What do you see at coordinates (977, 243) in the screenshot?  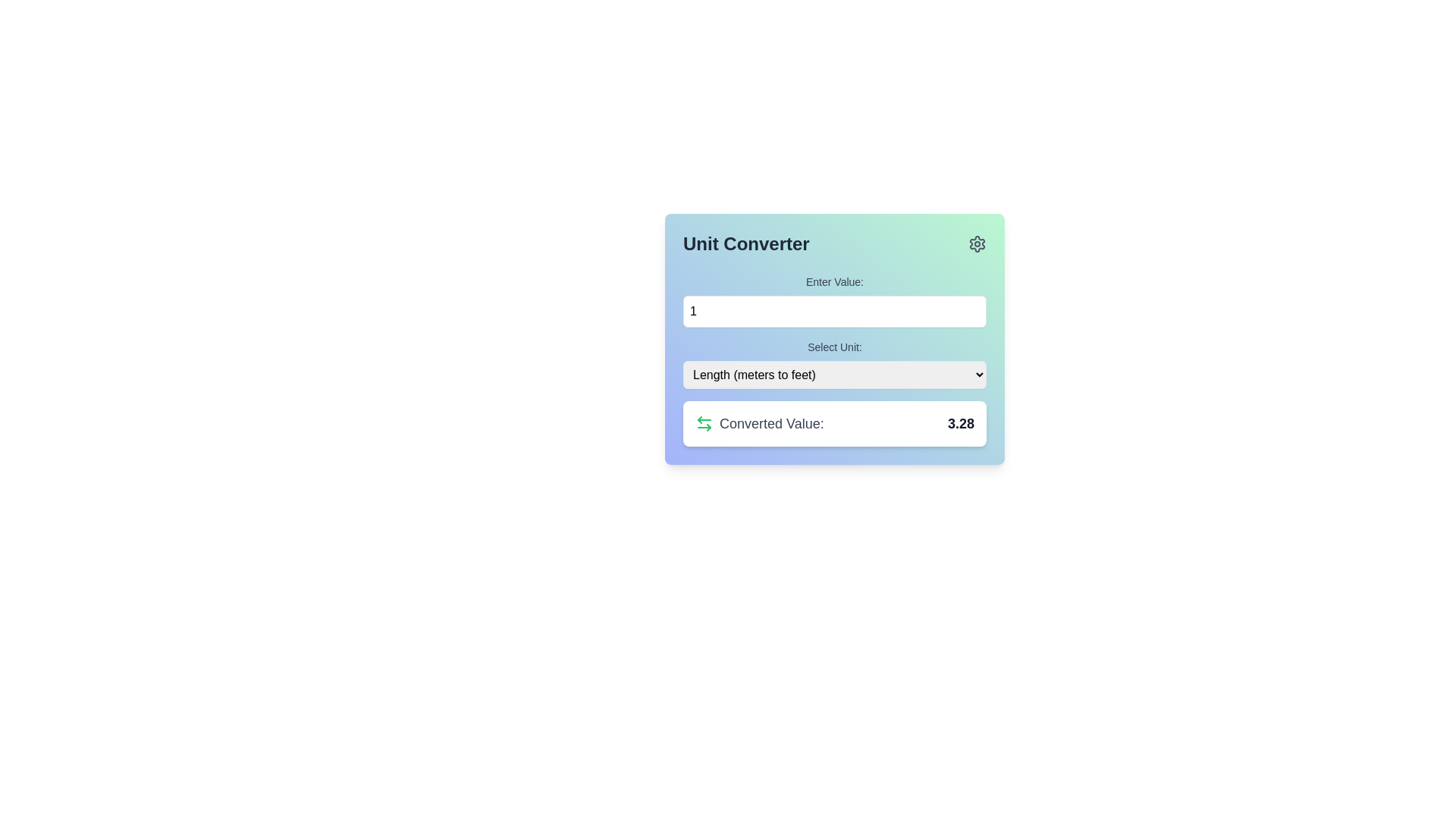 I see `the settings gear icon located at the top-right corner of the unit converter interface` at bounding box center [977, 243].